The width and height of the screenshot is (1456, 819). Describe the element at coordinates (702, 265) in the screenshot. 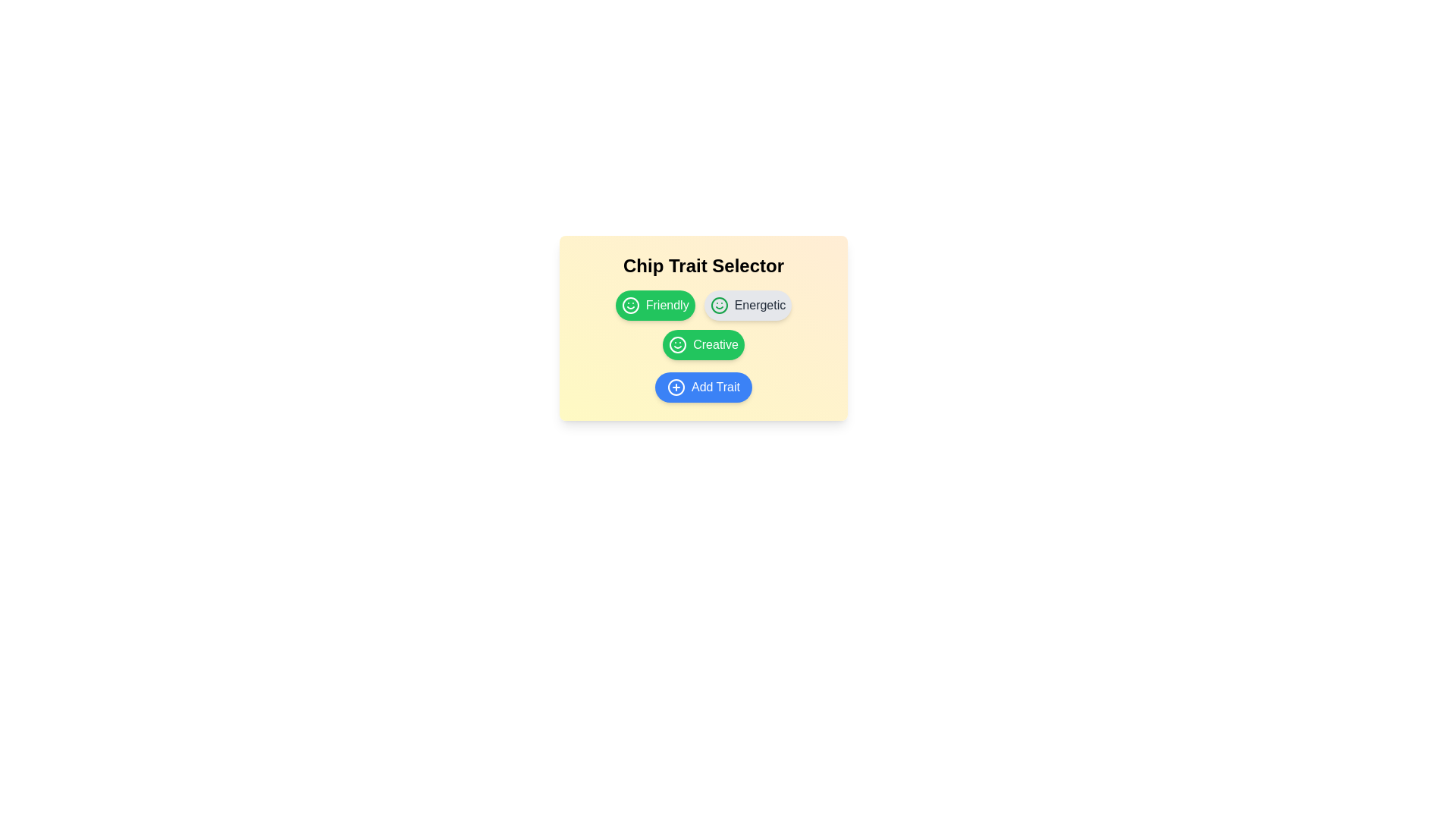

I see `the header text 'Chip Trait Selector'` at that location.